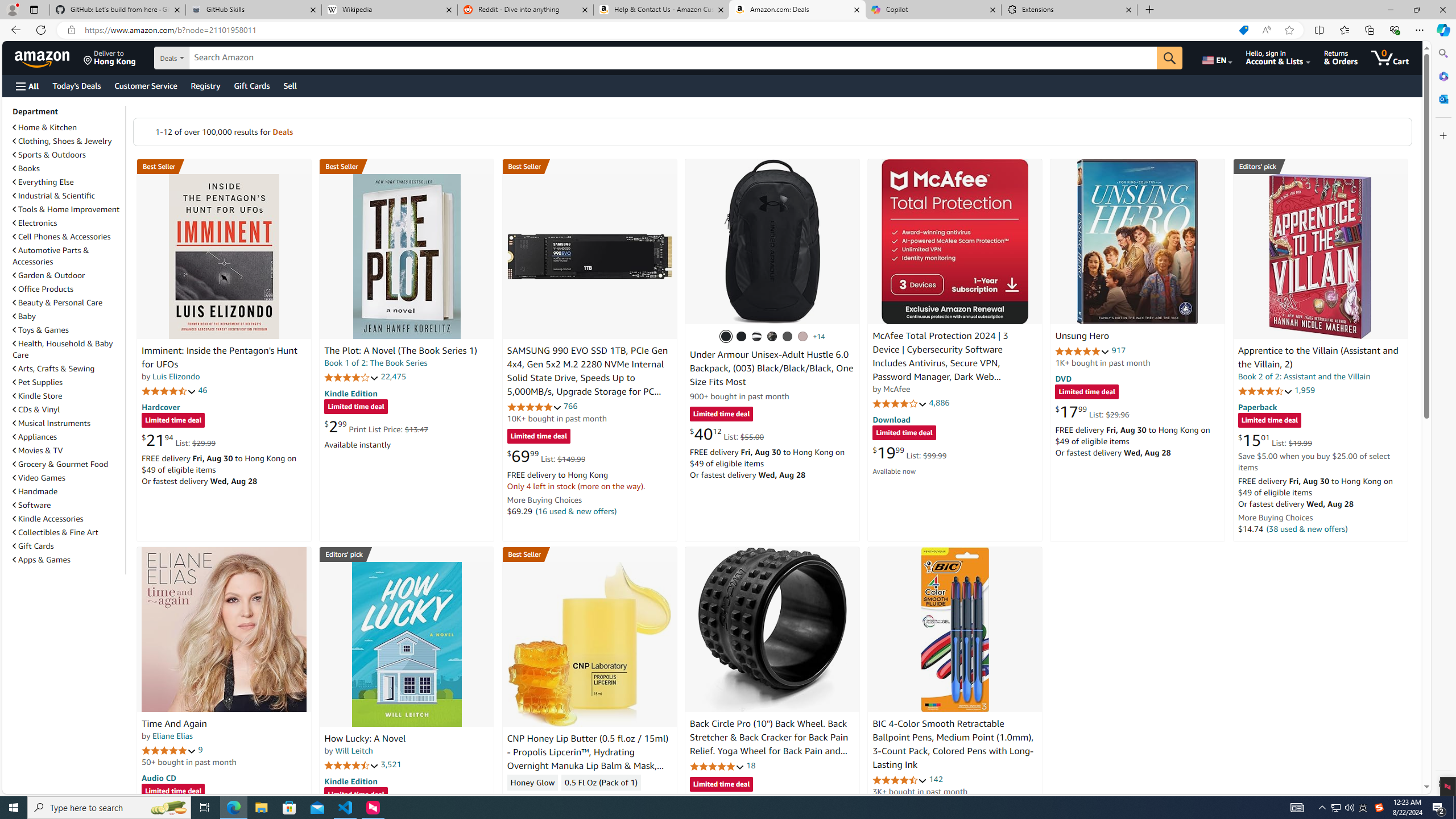 This screenshot has height=819, width=1456. Describe the element at coordinates (49, 154) in the screenshot. I see `'Sports & Outdoors'` at that location.